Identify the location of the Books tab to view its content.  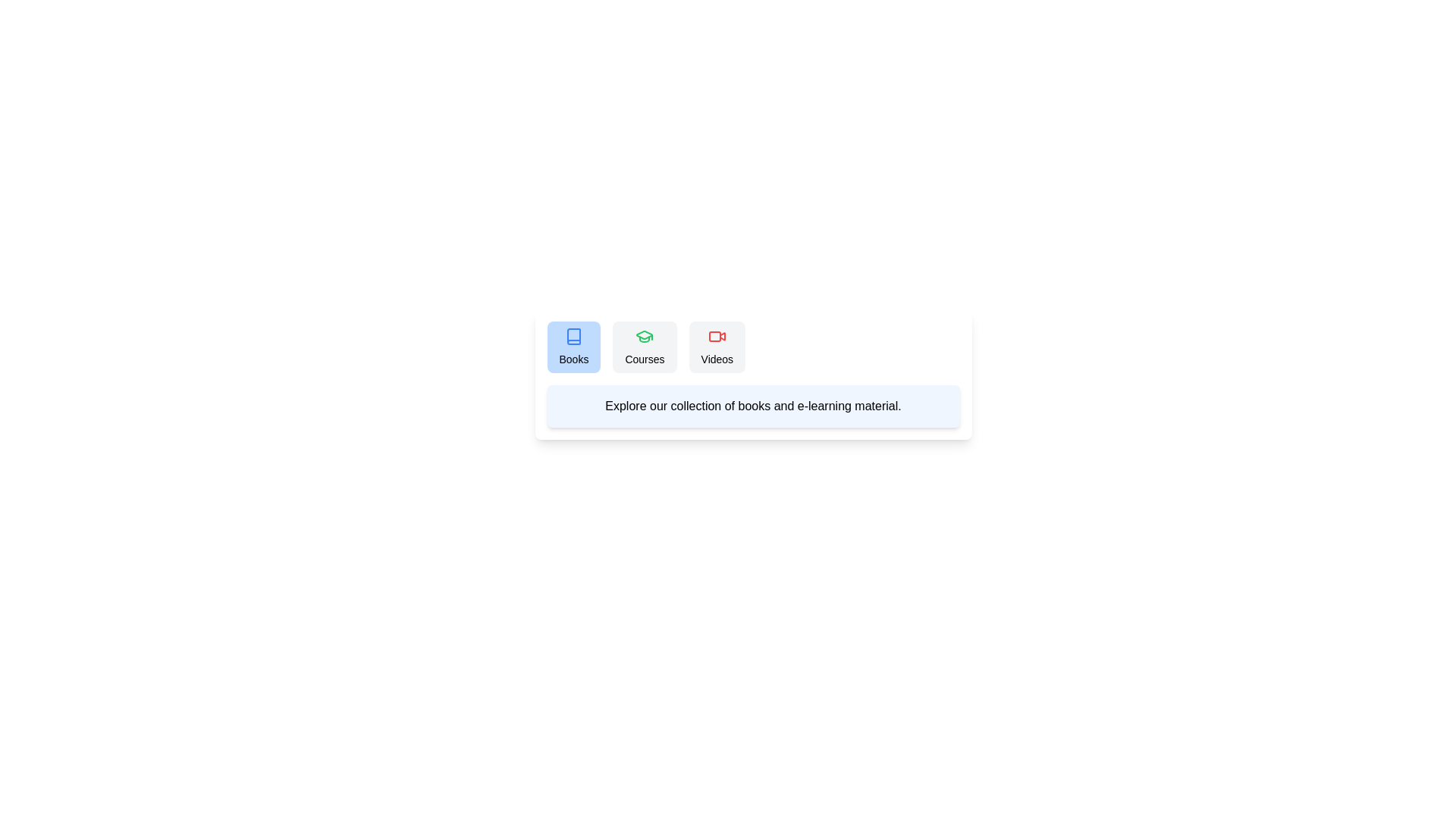
(573, 347).